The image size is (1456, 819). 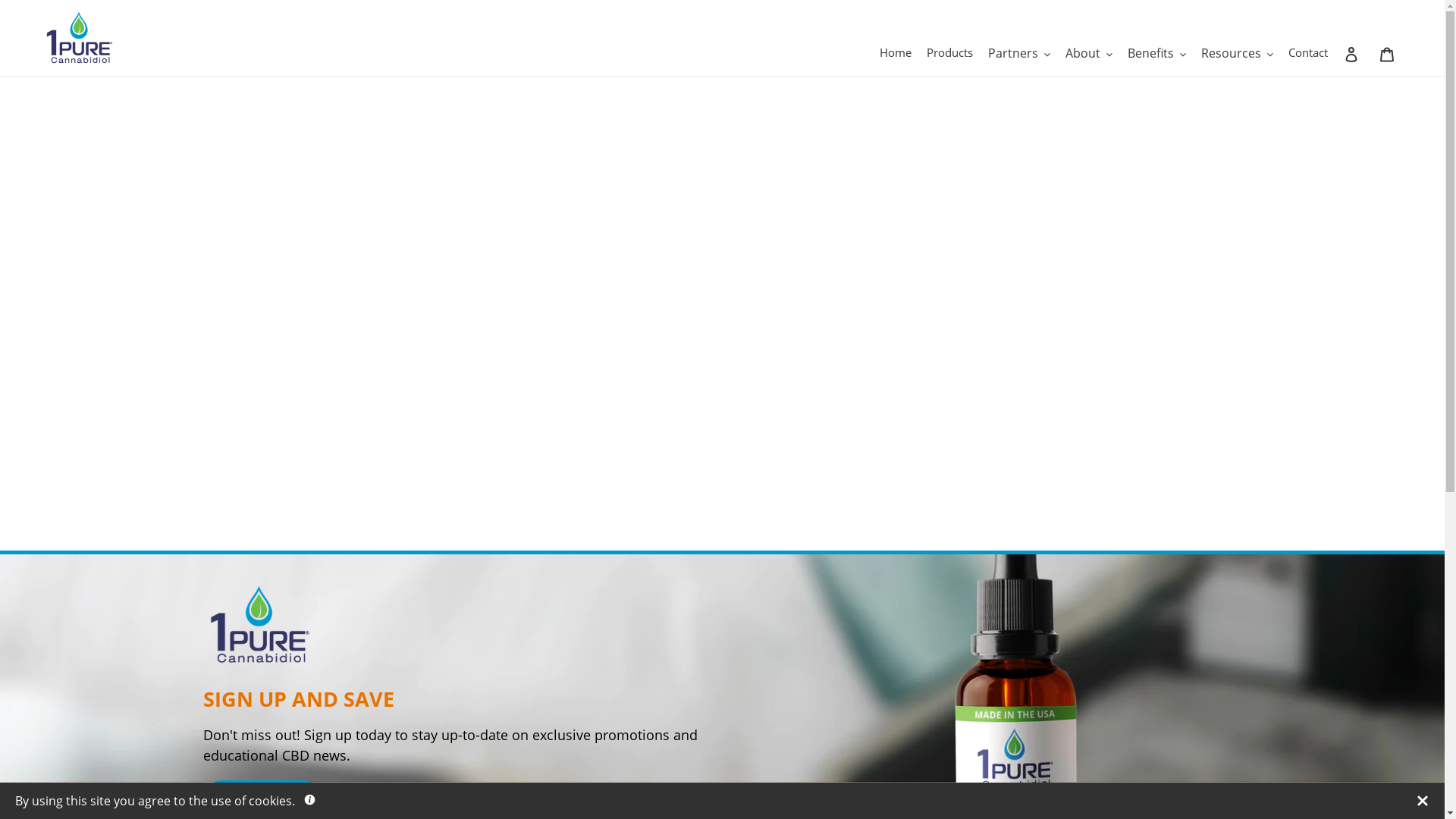 What do you see at coordinates (1087, 52) in the screenshot?
I see `'About'` at bounding box center [1087, 52].